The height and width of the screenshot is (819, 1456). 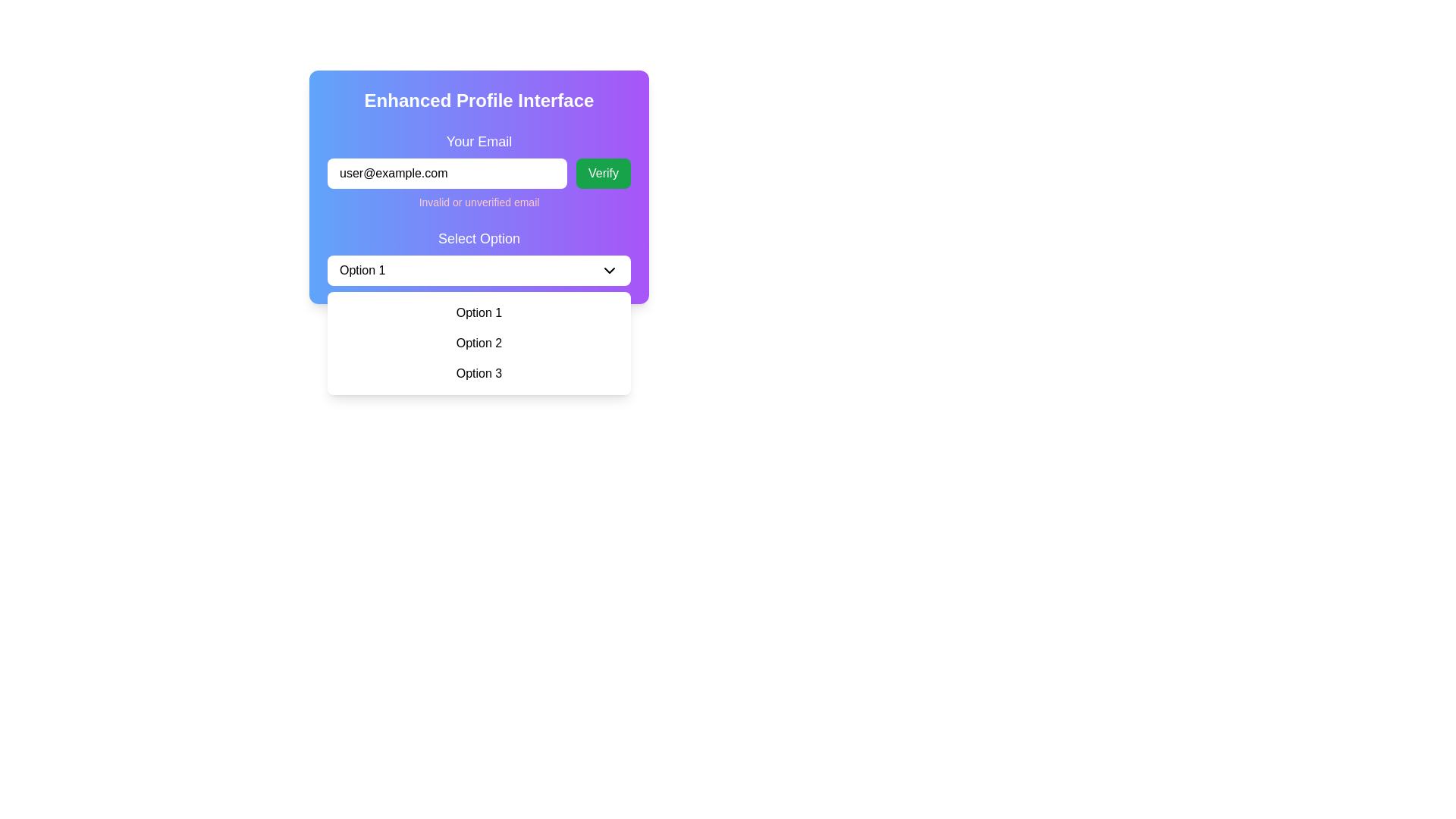 What do you see at coordinates (479, 201) in the screenshot?
I see `the error or status feedback text label positioned below the email input field and verify button, which indicates the entered email status` at bounding box center [479, 201].